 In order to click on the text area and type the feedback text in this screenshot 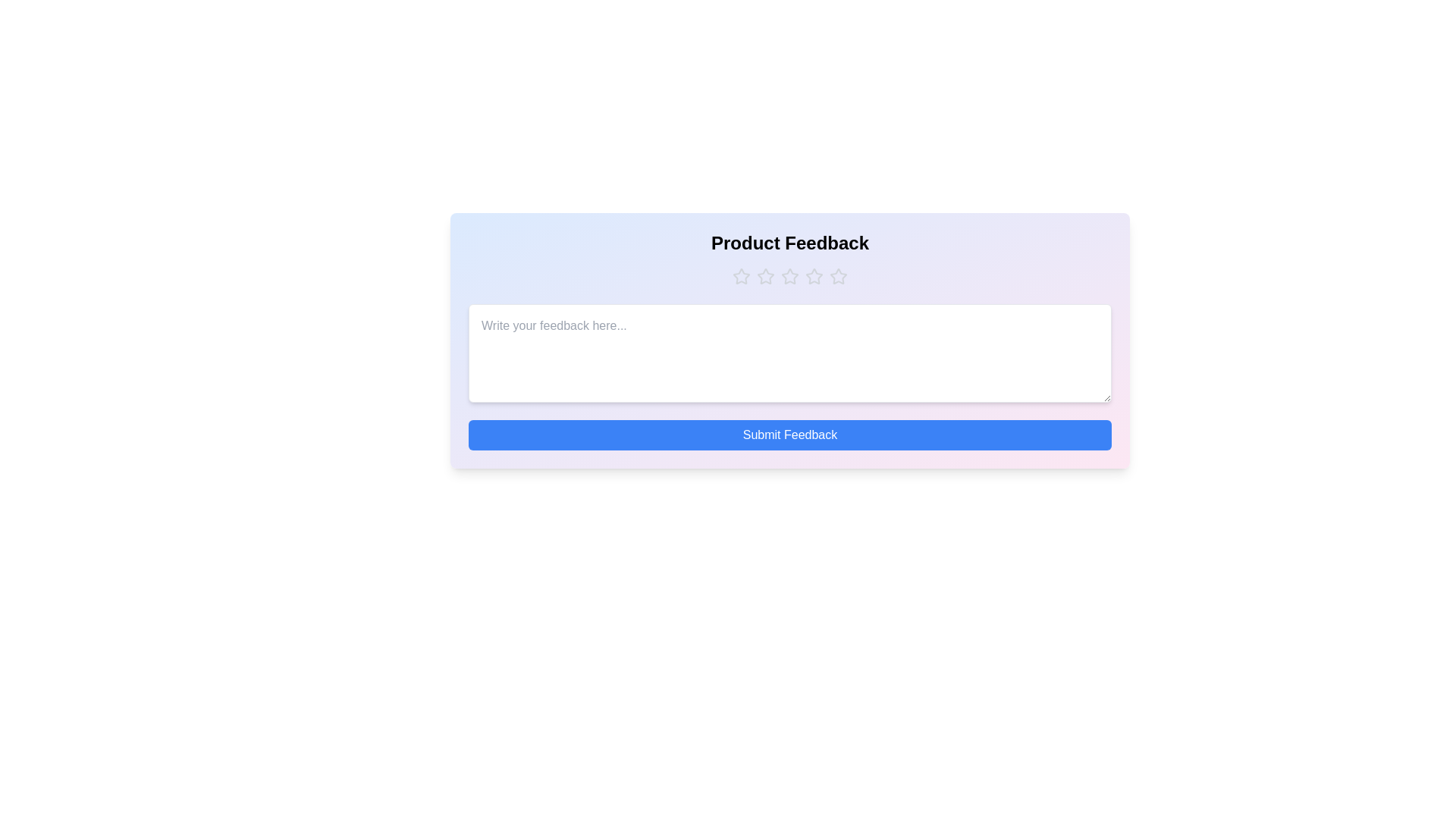, I will do `click(789, 353)`.